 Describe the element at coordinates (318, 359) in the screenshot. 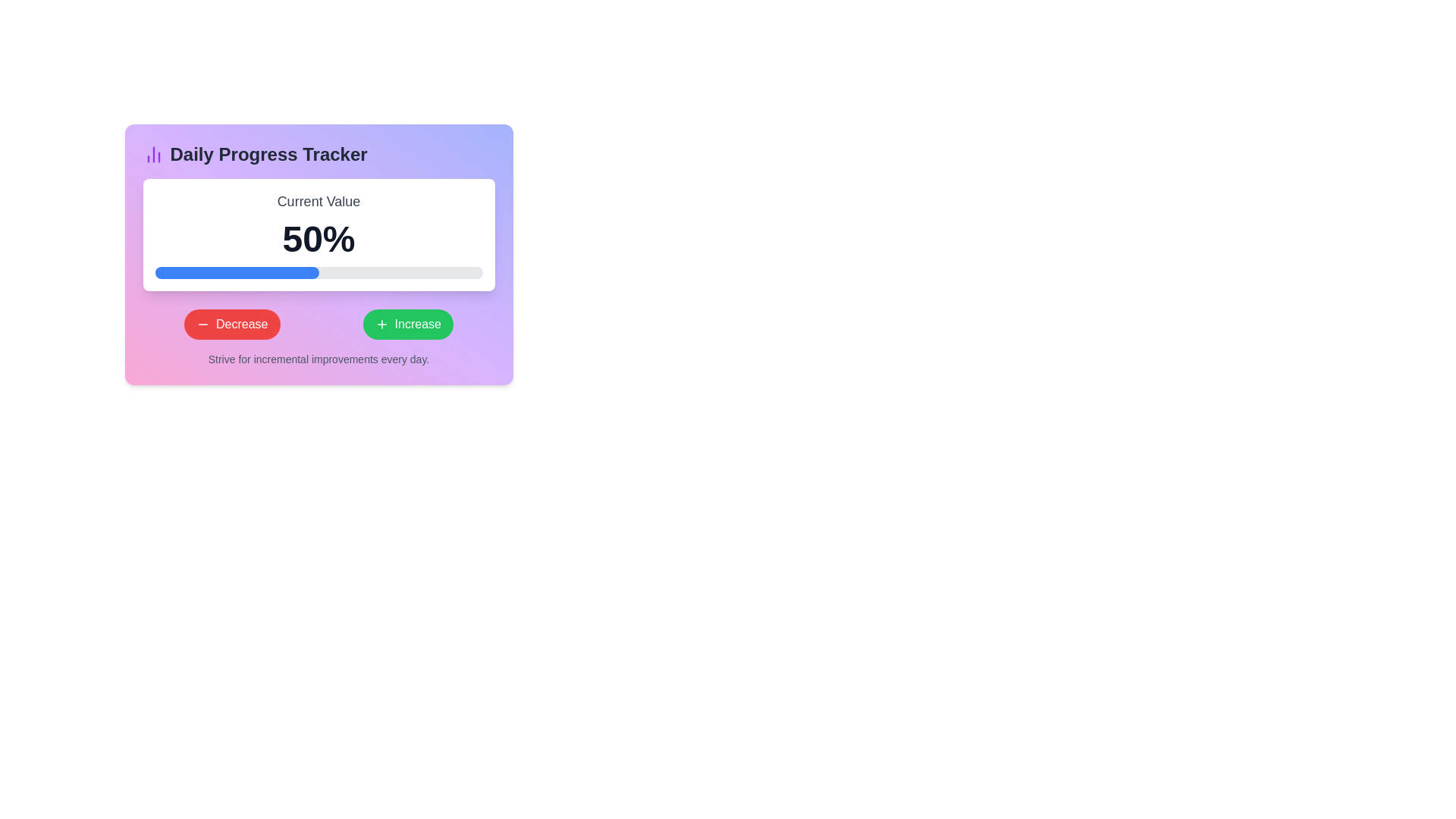

I see `the text label at the bottom of the card that reads 'Strive for incremental improvements every day.'` at that location.